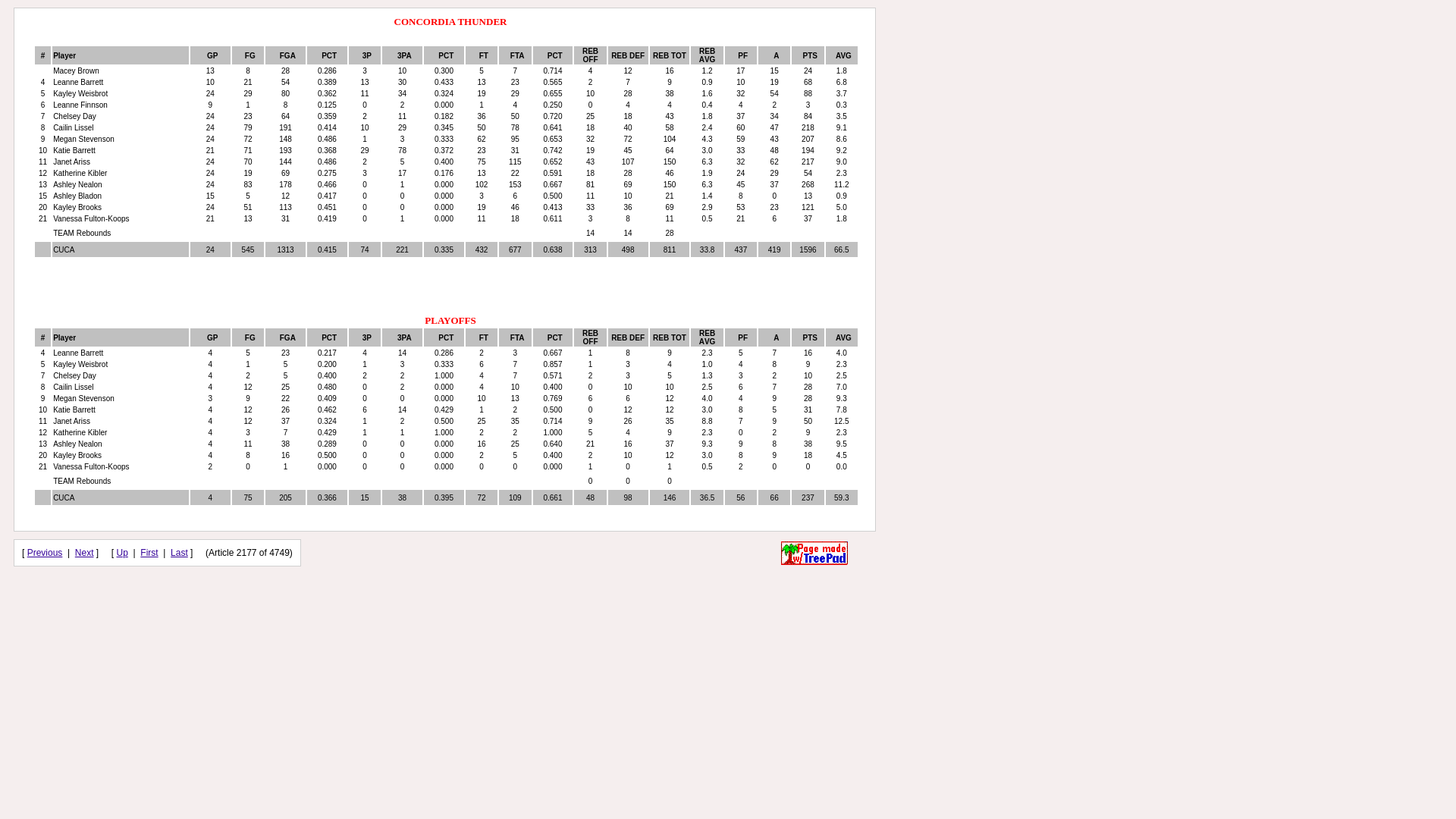 This screenshot has height=819, width=1456. What do you see at coordinates (149, 553) in the screenshot?
I see `'First'` at bounding box center [149, 553].